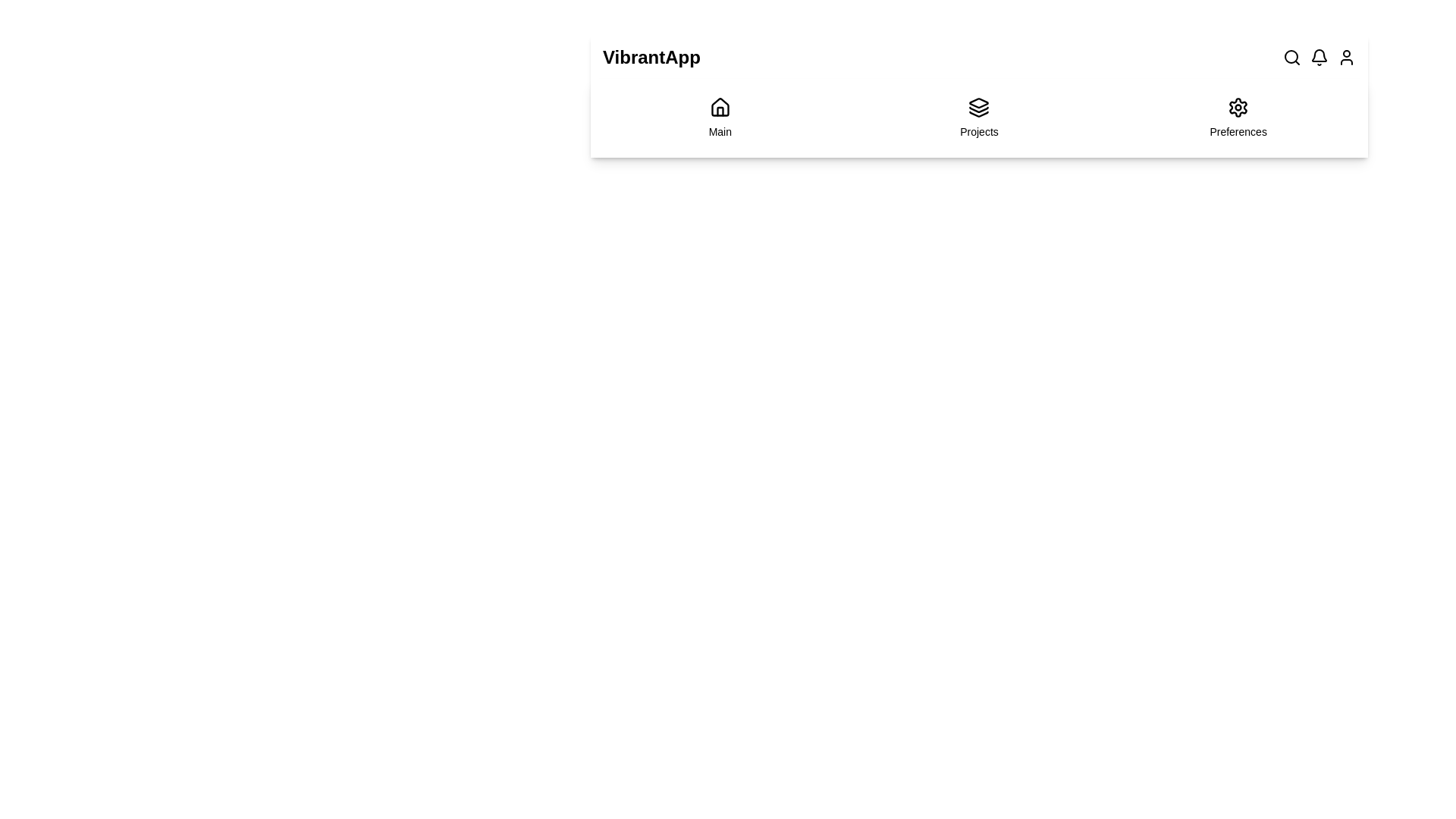 Image resolution: width=1456 pixels, height=819 pixels. What do you see at coordinates (1347, 57) in the screenshot?
I see `the user icon to access user-related options` at bounding box center [1347, 57].